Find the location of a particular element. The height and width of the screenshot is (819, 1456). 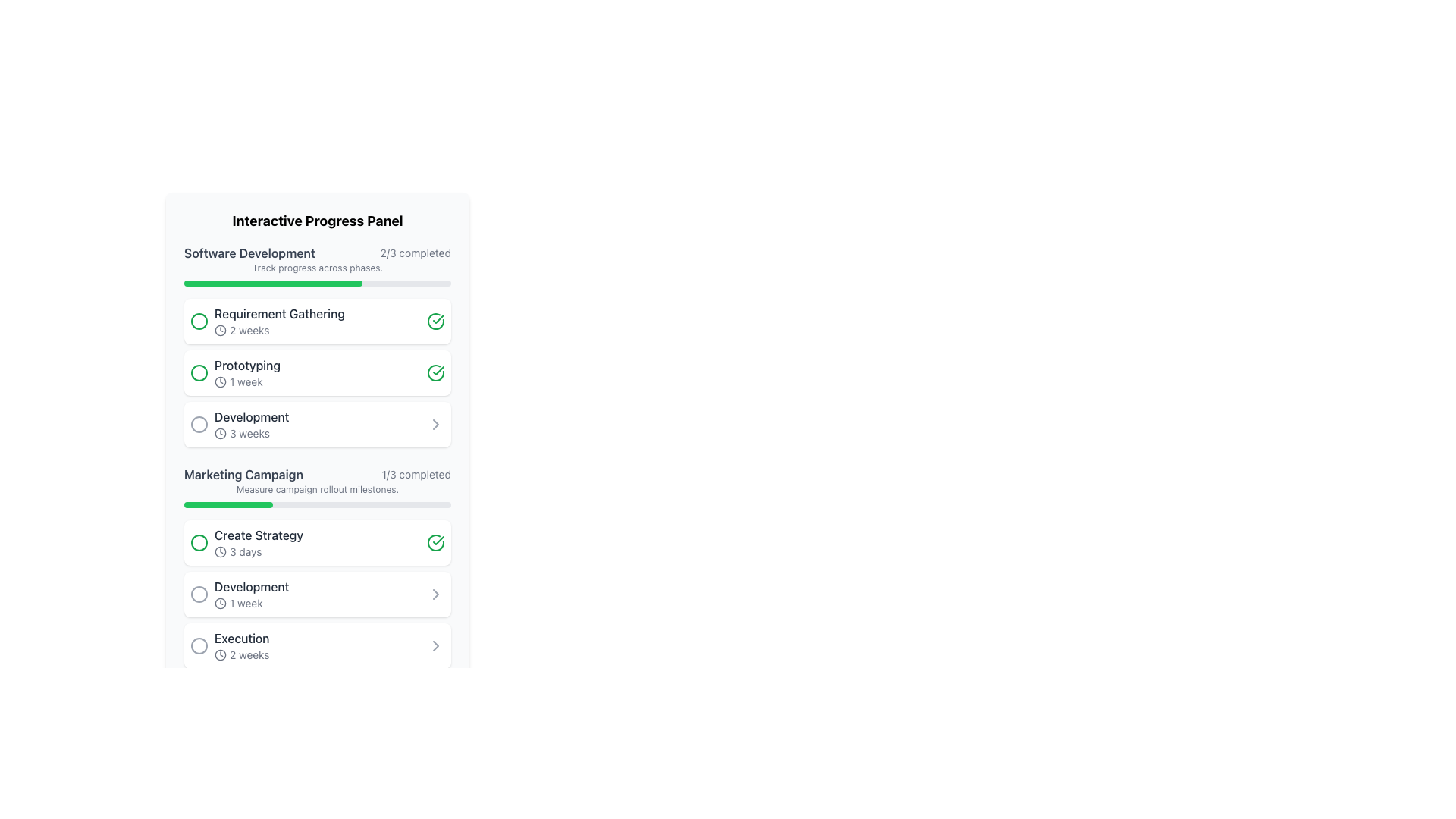

the first Card-like Component representing 'Create Strategy' in the 'Marketing Campaign' section is located at coordinates (316, 542).